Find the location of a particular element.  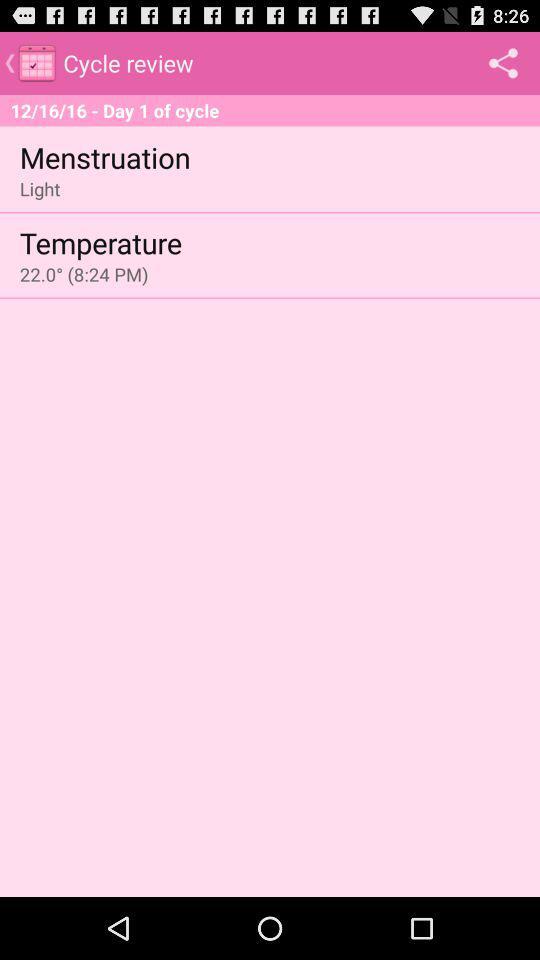

light item is located at coordinates (40, 188).